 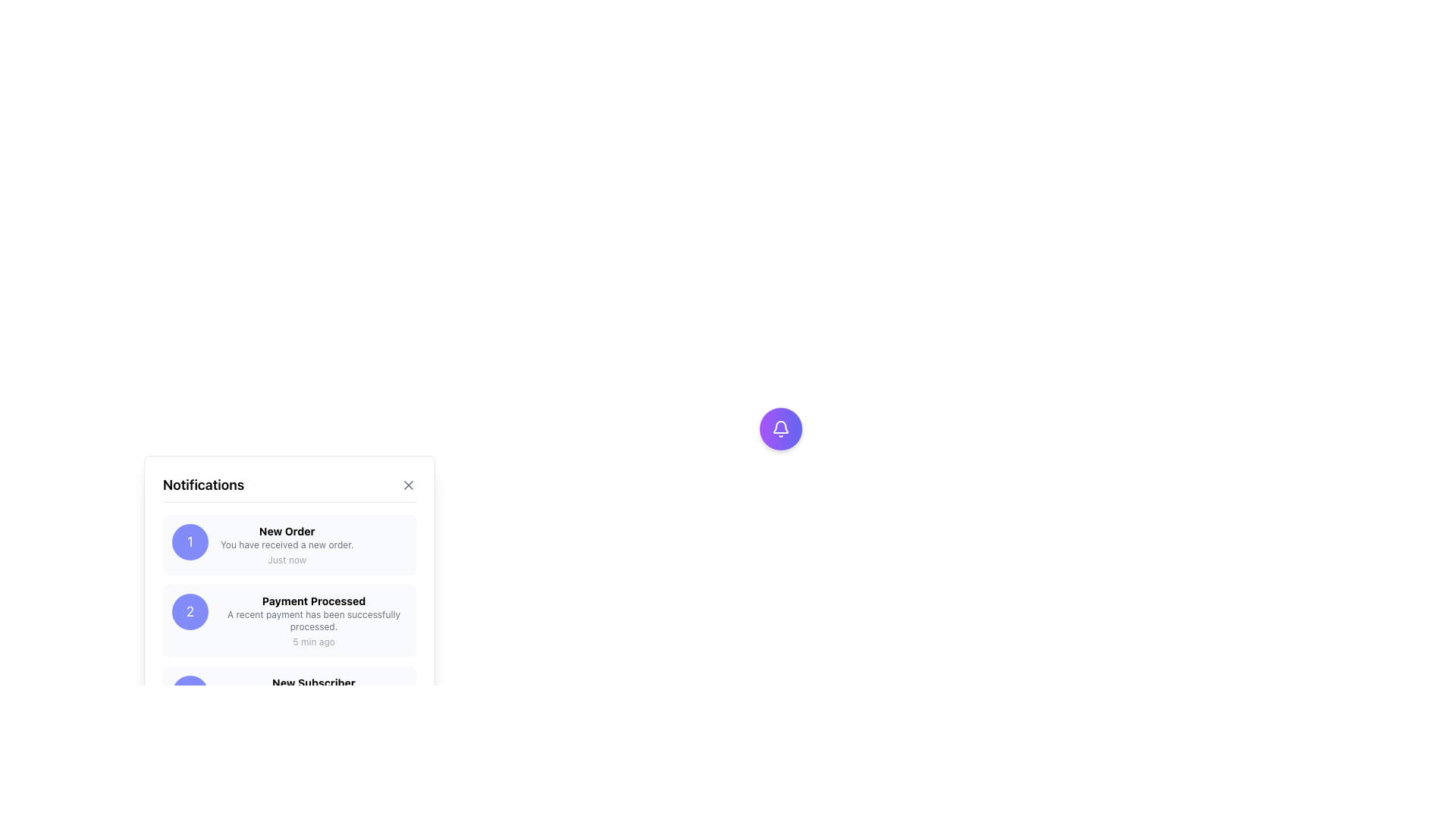 I want to click on the notification display text block that informs the user about a new order, so click(x=287, y=544).